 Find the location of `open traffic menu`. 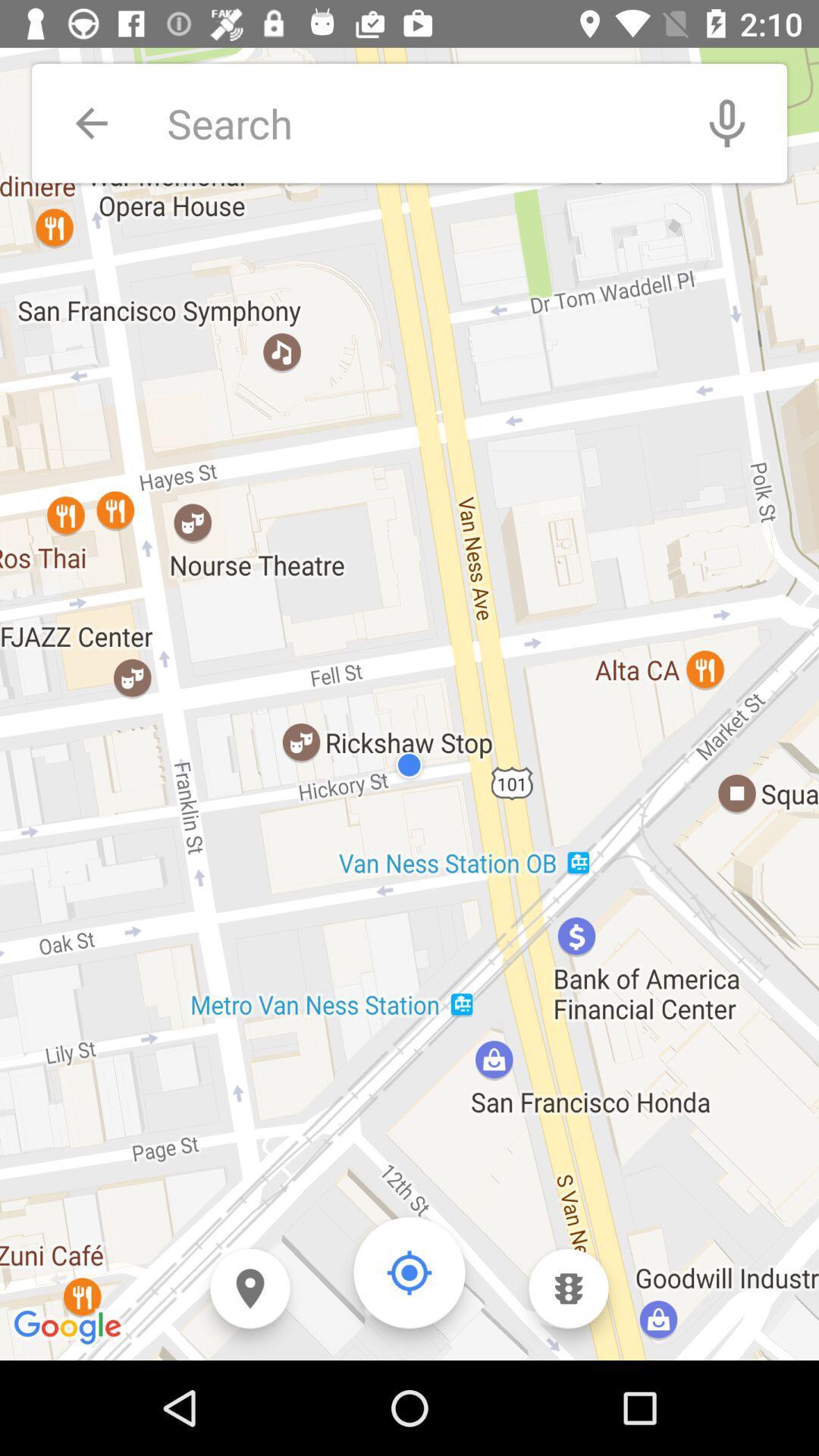

open traffic menu is located at coordinates (568, 1288).